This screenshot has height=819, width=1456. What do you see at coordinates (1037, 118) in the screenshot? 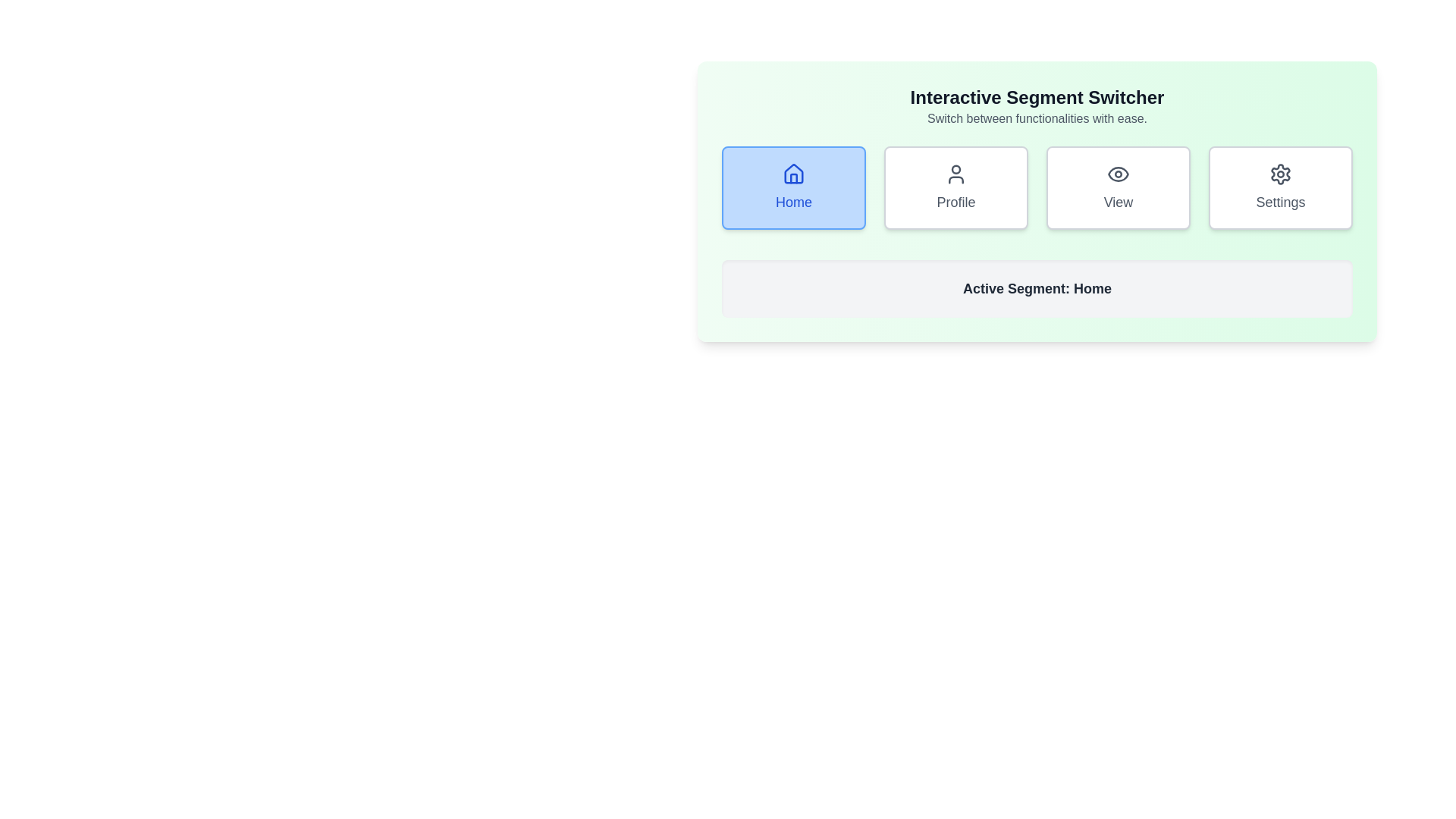
I see `the text block displaying 'Switch between functionalities with ease.' which is positioned below the heading 'Interactive Segment Switcher.' in a light green background` at bounding box center [1037, 118].